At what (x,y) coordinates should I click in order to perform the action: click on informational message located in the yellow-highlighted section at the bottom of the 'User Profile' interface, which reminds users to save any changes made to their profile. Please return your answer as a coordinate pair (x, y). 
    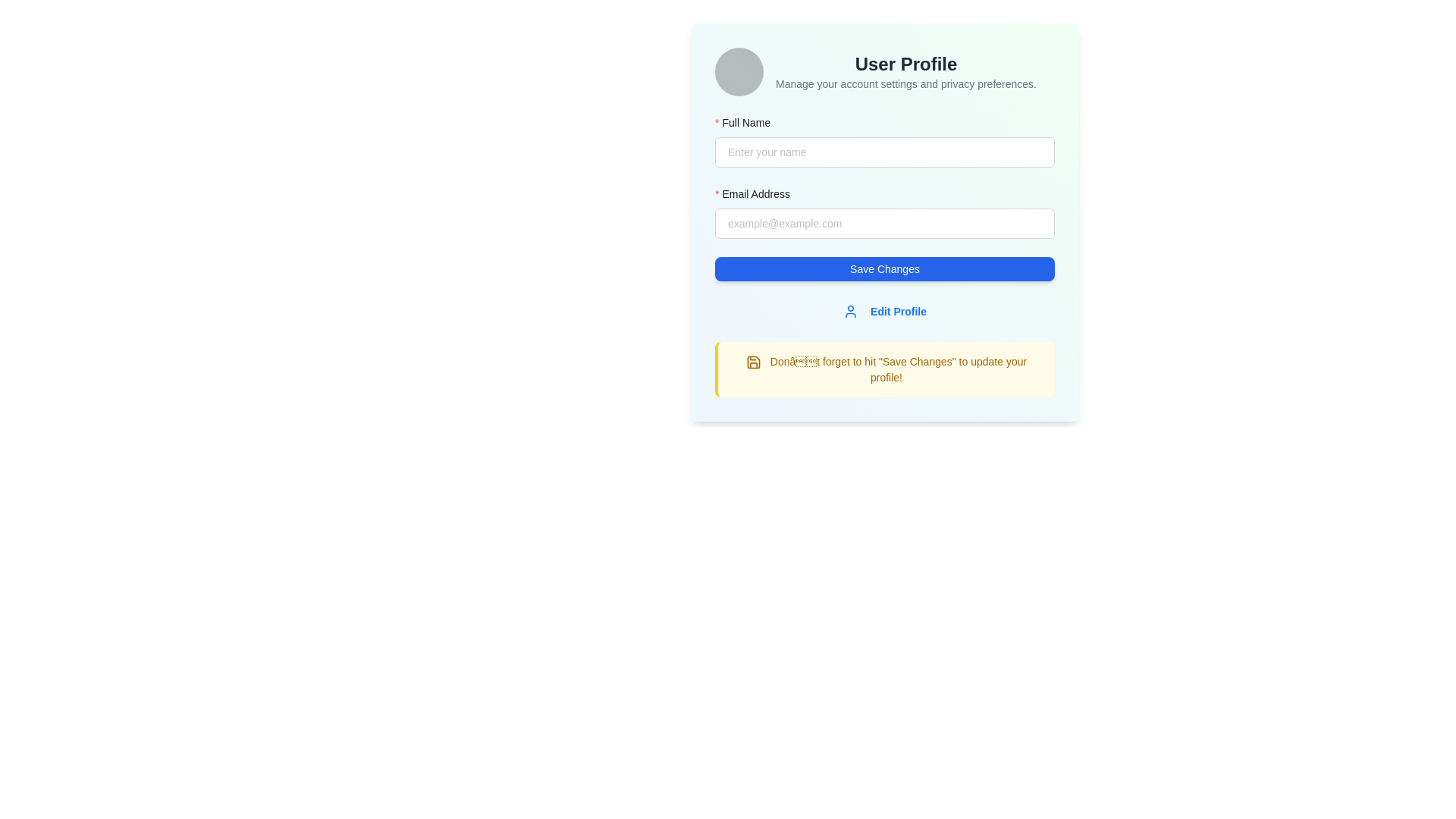
    Looking at the image, I should click on (886, 369).